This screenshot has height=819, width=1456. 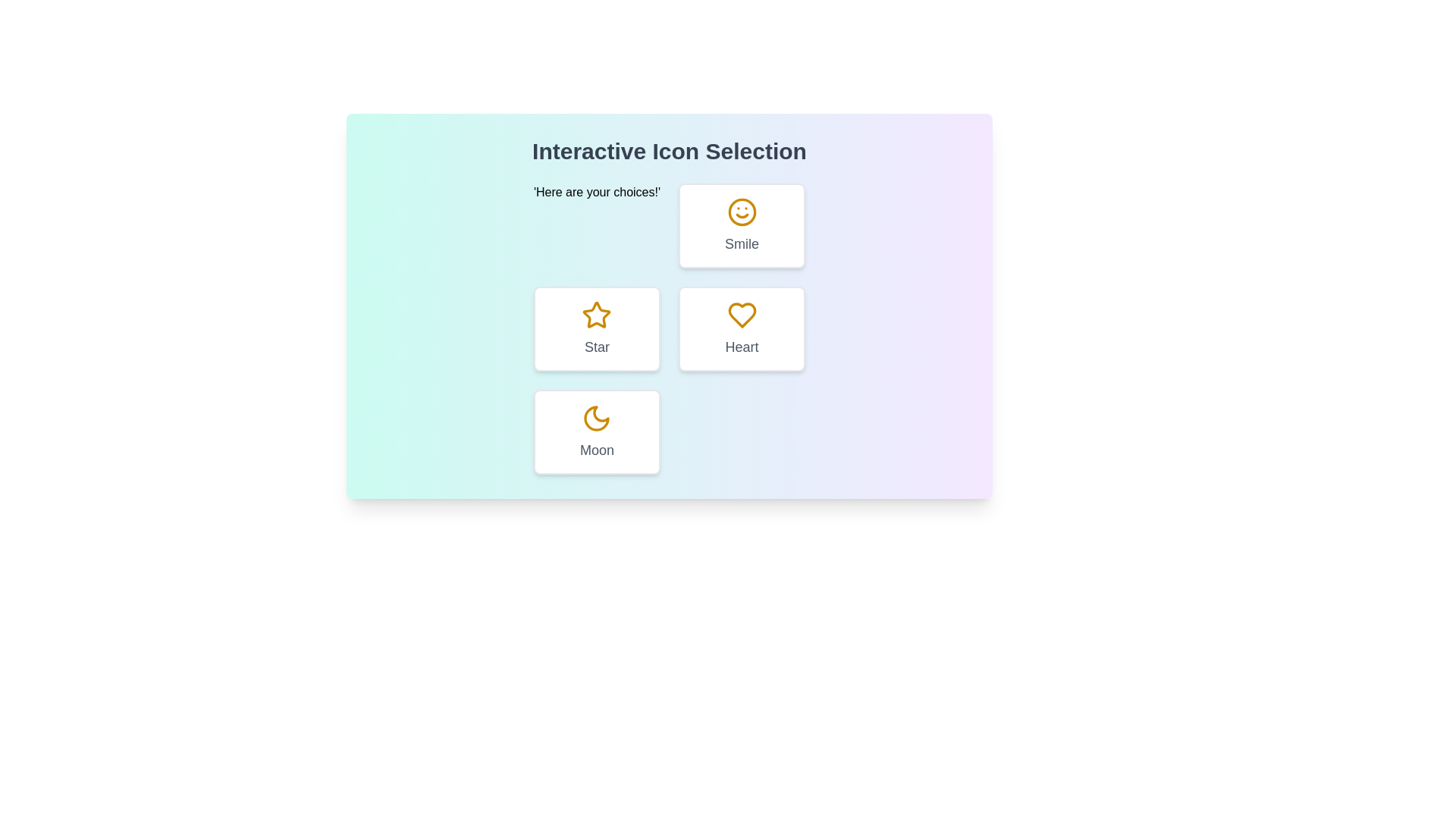 I want to click on the 'Smile' button located in the top-right quadrant of the grid layout, so click(x=742, y=225).